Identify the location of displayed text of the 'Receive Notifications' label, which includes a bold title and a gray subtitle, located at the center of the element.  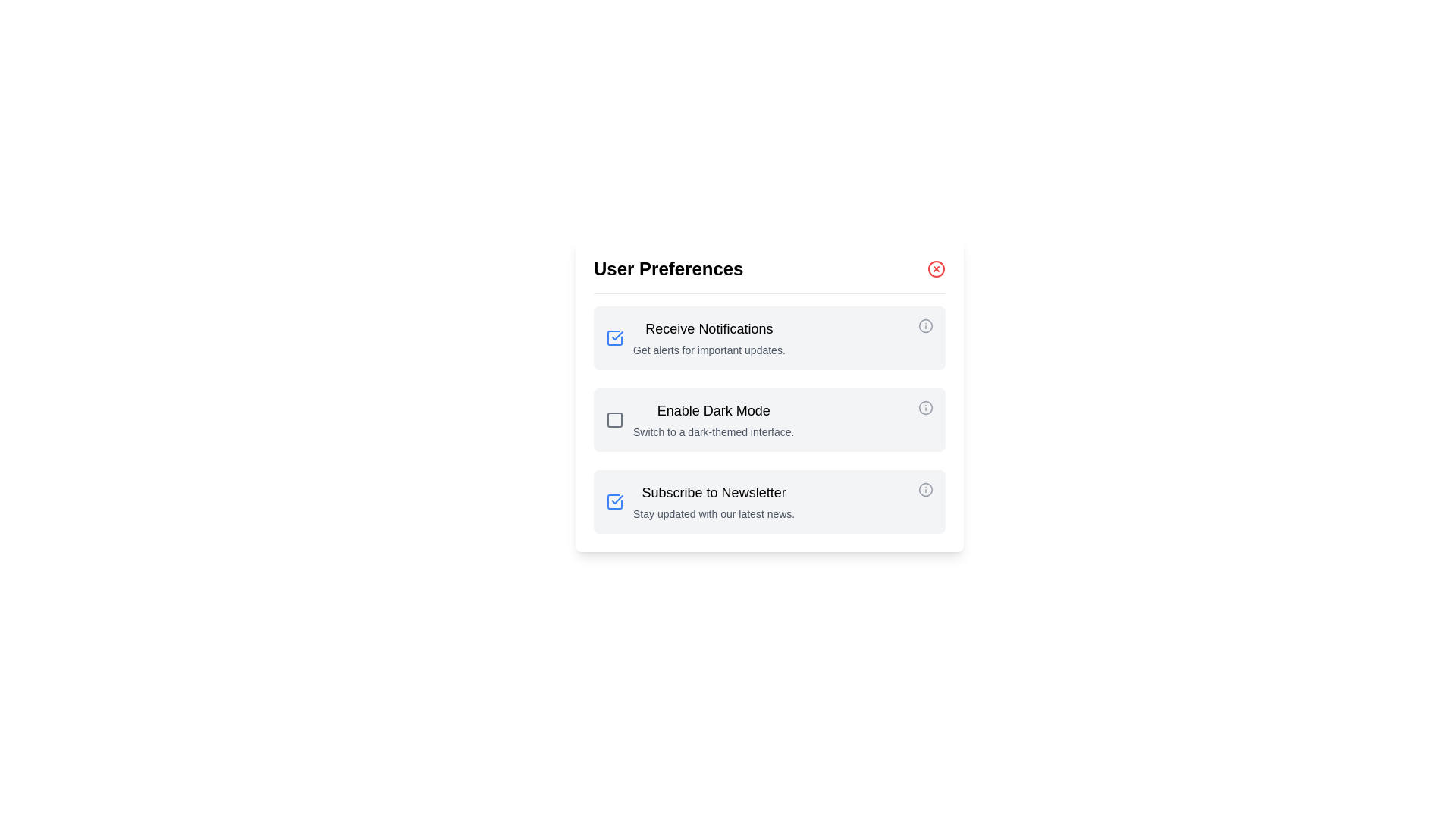
(708, 337).